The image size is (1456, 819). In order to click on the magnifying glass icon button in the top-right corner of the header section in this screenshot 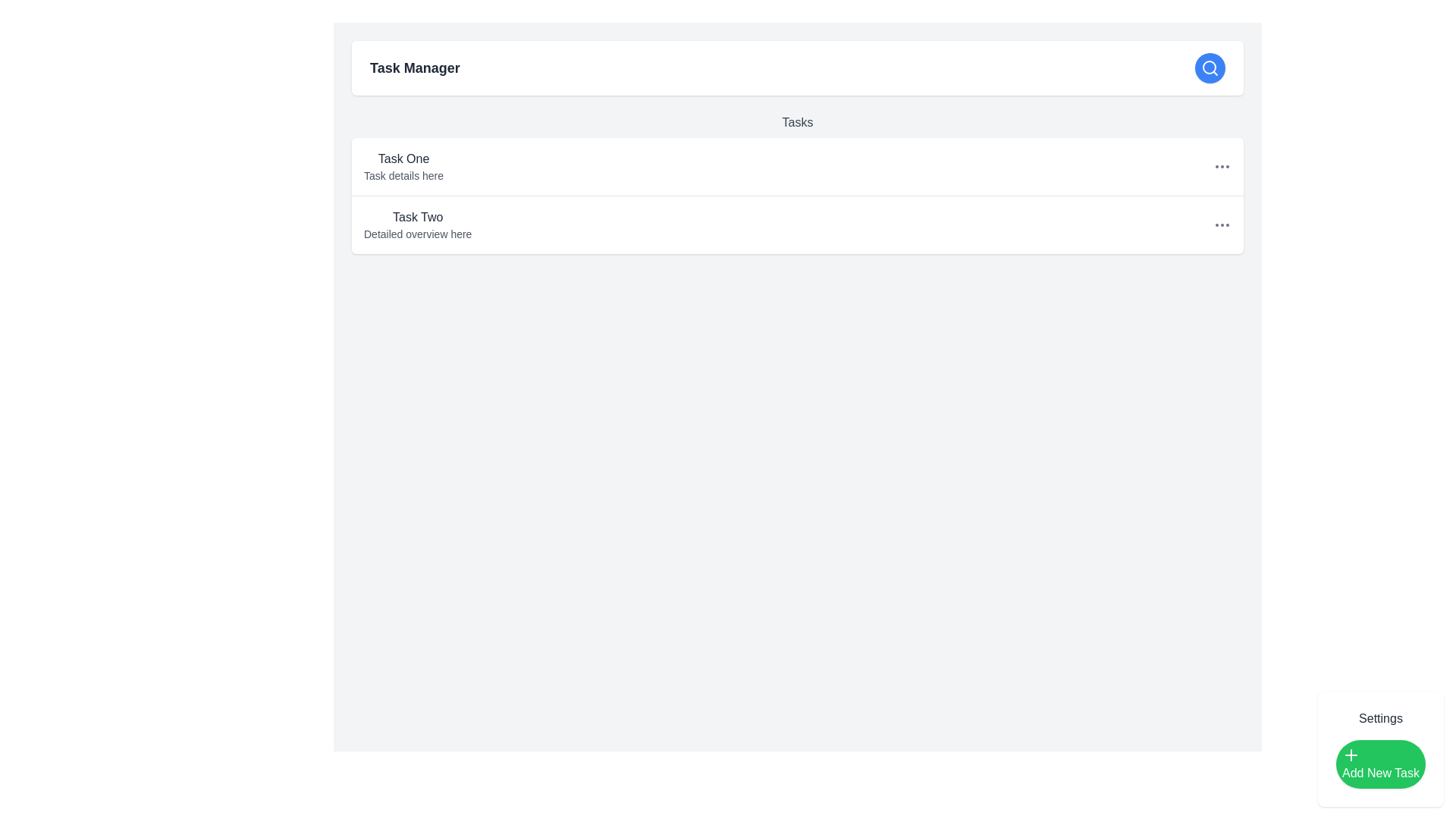, I will do `click(1210, 67)`.